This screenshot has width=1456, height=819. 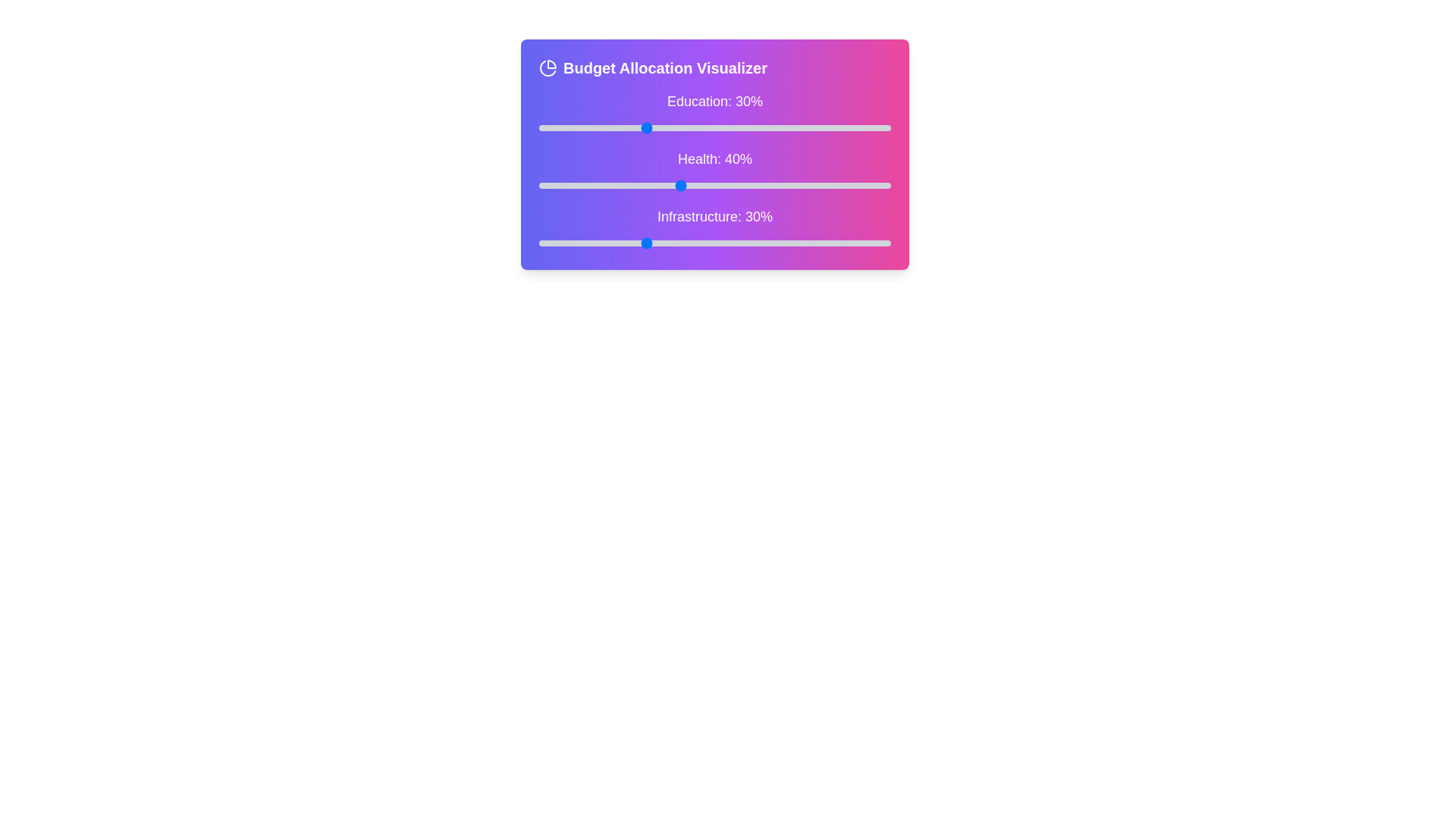 What do you see at coordinates (714, 67) in the screenshot?
I see `the Label with an Icon displaying 'Budget Allocation Visualizer', which includes a pie-chart icon and has a gradient background` at bounding box center [714, 67].